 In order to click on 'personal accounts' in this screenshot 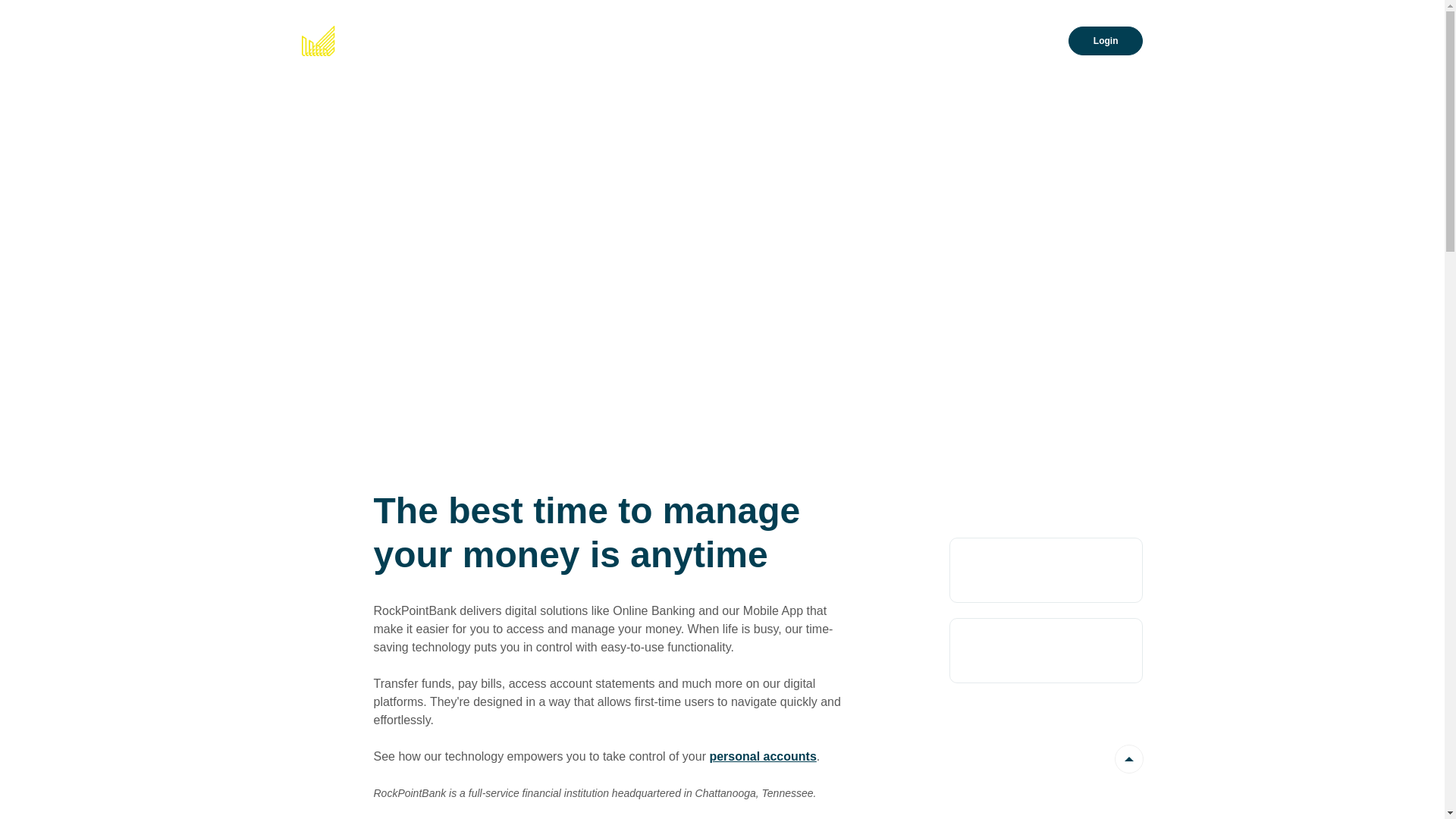, I will do `click(708, 756)`.